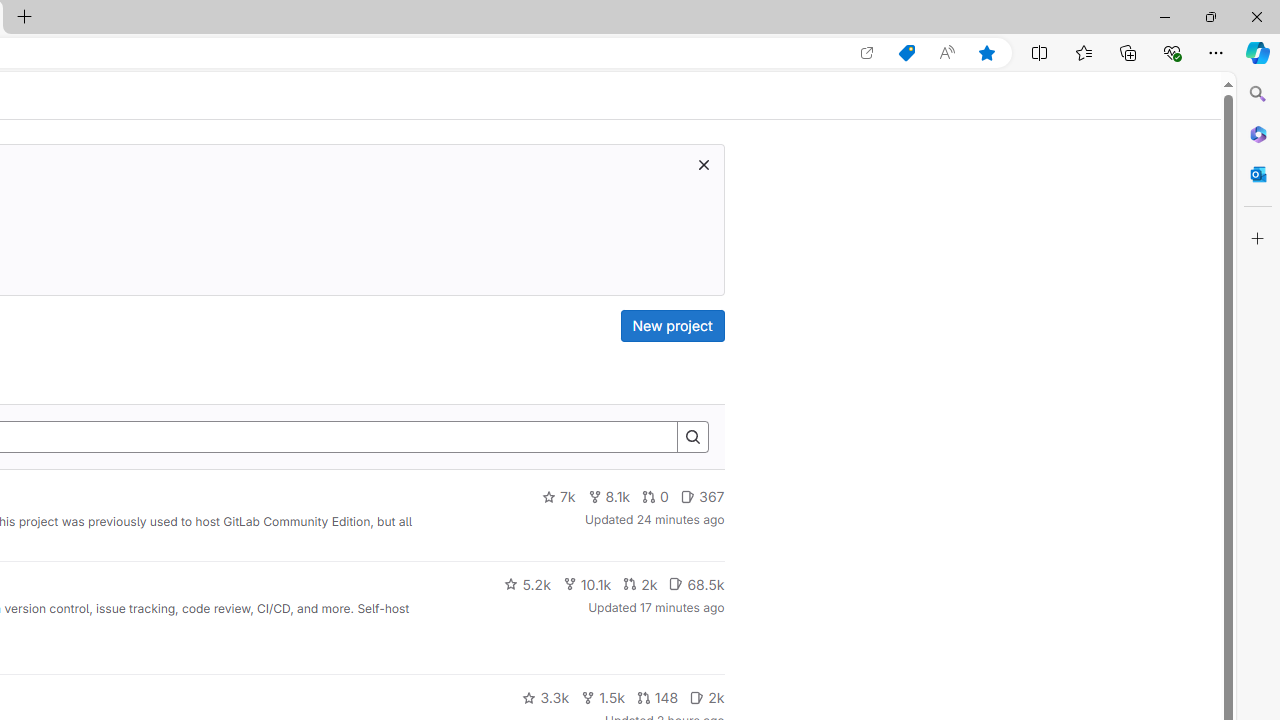 This screenshot has height=720, width=1280. Describe the element at coordinates (707, 697) in the screenshot. I see `'2k'` at that location.